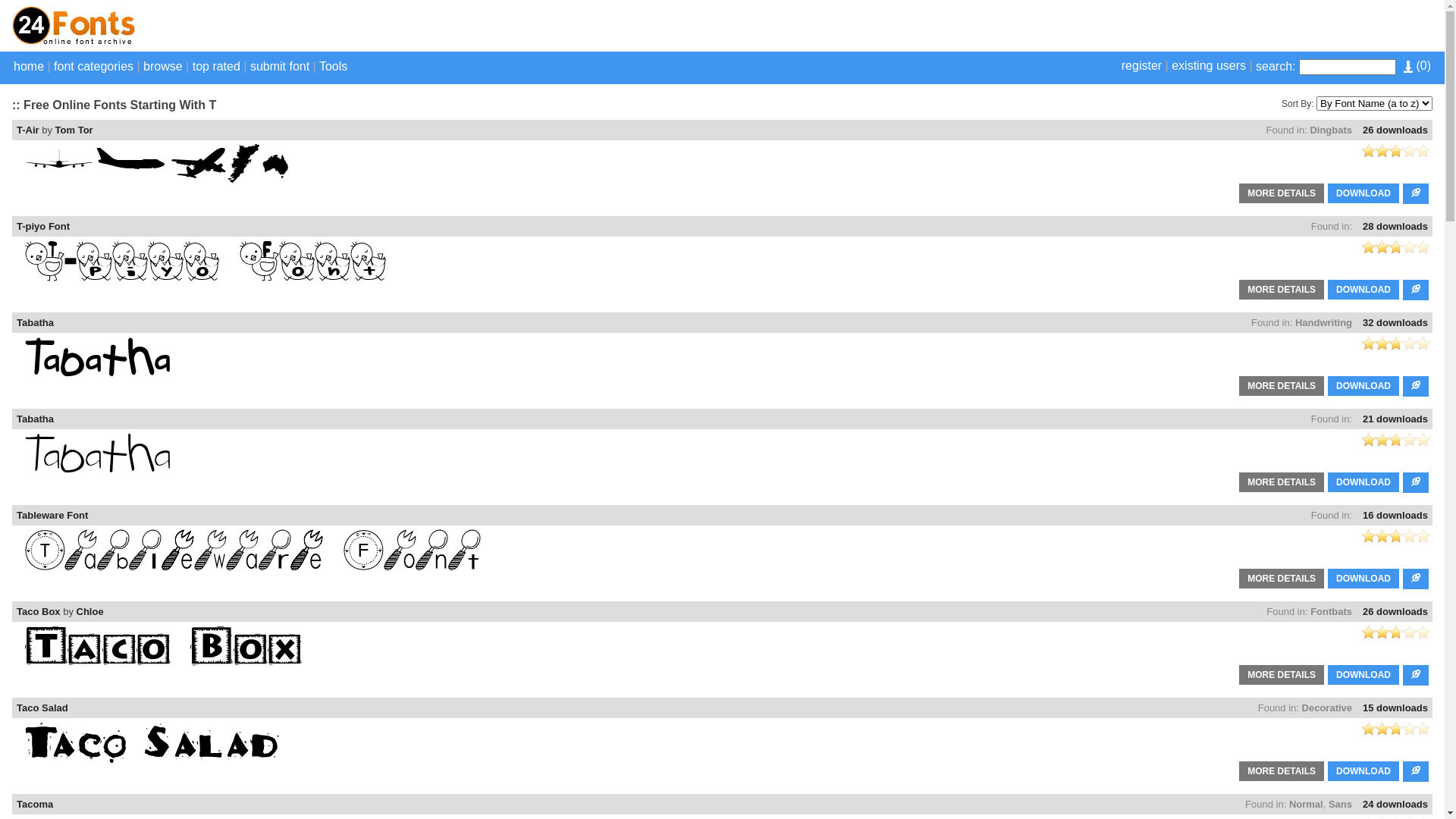 The height and width of the screenshot is (819, 1456). Describe the element at coordinates (1362, 226) in the screenshot. I see `'28 downloads'` at that location.